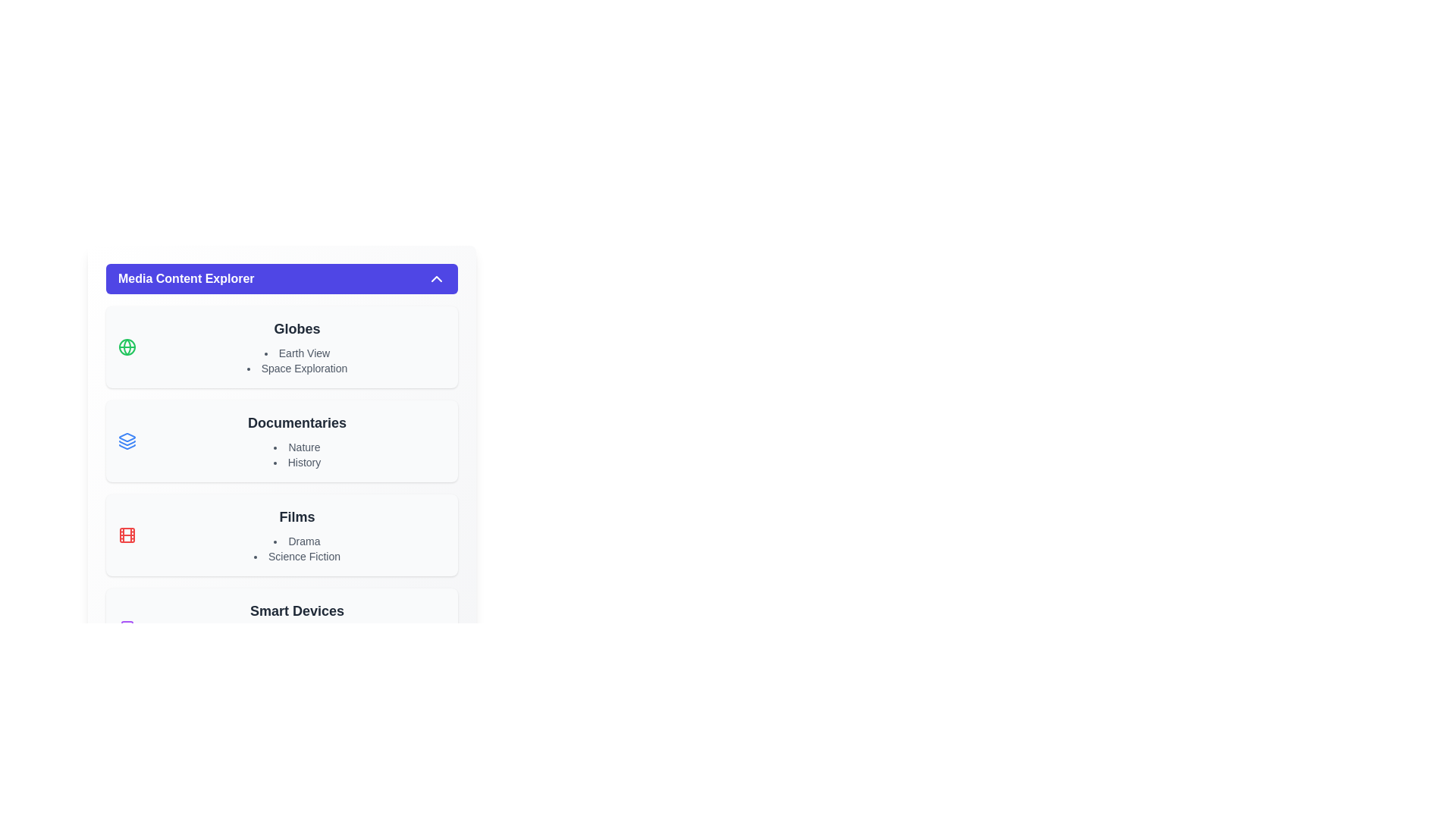 The width and height of the screenshot is (1456, 819). Describe the element at coordinates (297, 461) in the screenshot. I see `the 'History' list item in the 'Documentaries' section` at that location.